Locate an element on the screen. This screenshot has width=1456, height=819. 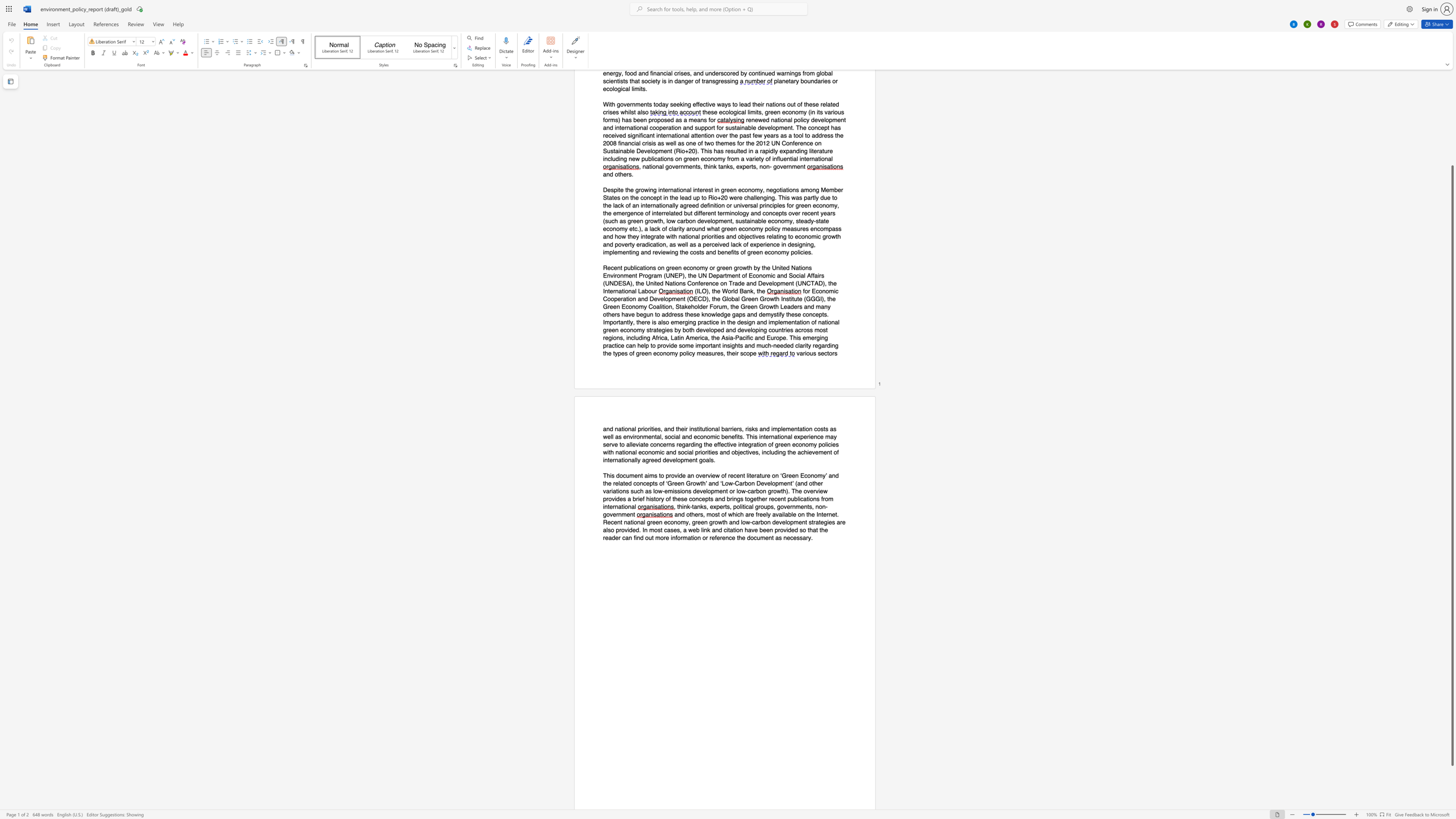
the scrollbar to slide the page up is located at coordinates (1451, 144).